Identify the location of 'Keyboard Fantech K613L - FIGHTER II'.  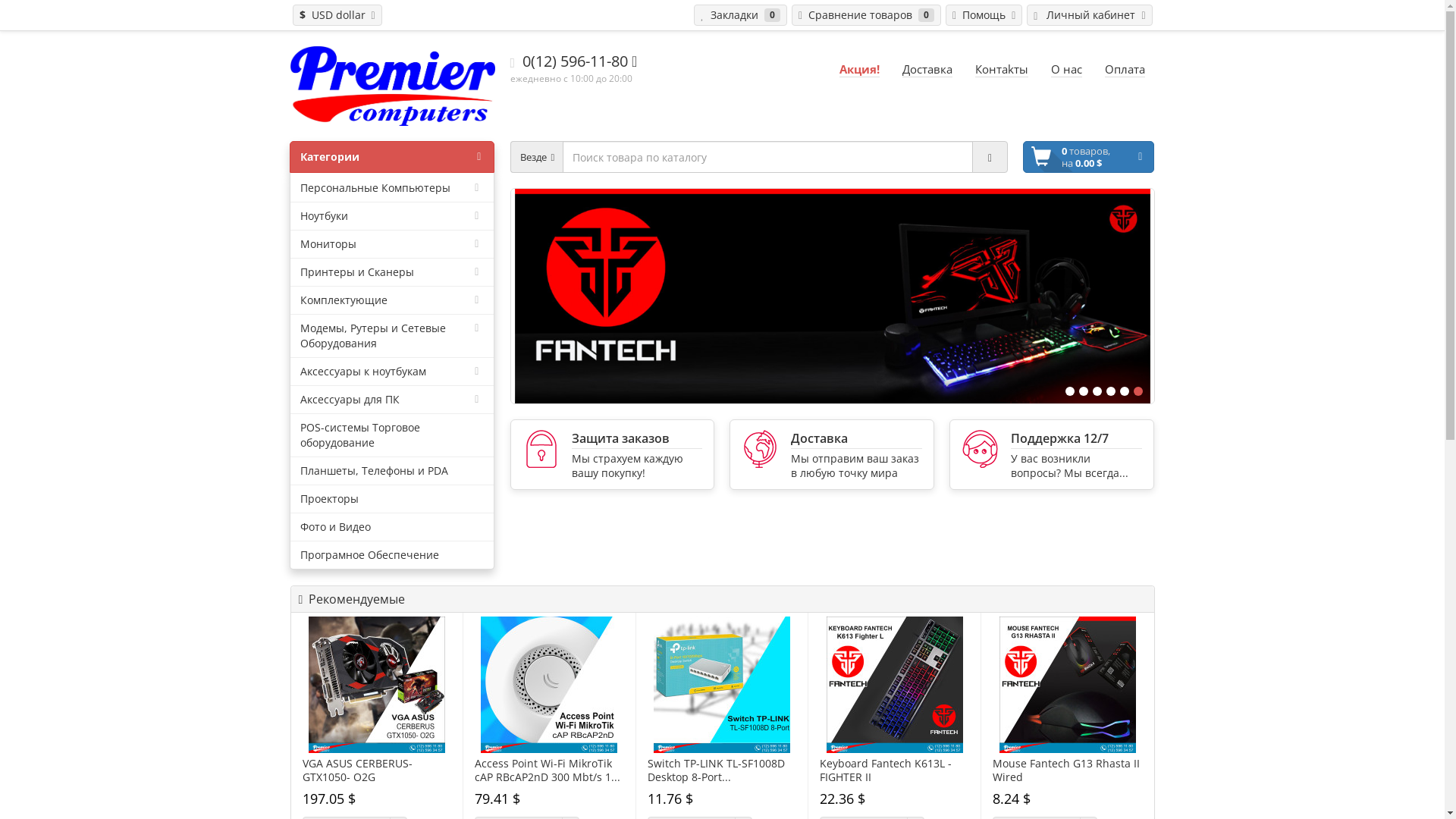
(894, 770).